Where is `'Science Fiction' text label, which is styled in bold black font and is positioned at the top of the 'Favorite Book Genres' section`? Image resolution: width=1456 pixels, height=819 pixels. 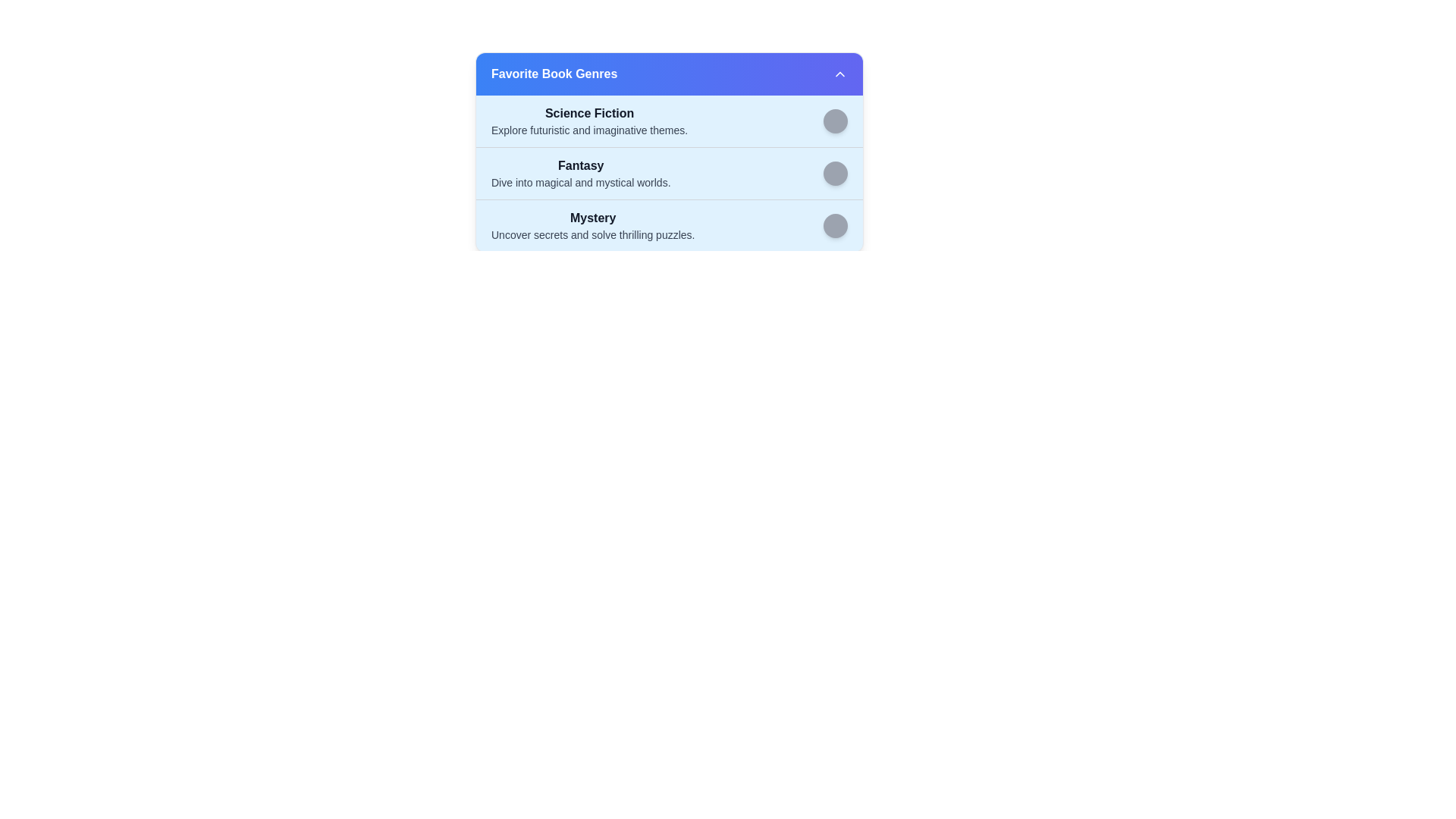 'Science Fiction' text label, which is styled in bold black font and is positioned at the top of the 'Favorite Book Genres' section is located at coordinates (588, 113).